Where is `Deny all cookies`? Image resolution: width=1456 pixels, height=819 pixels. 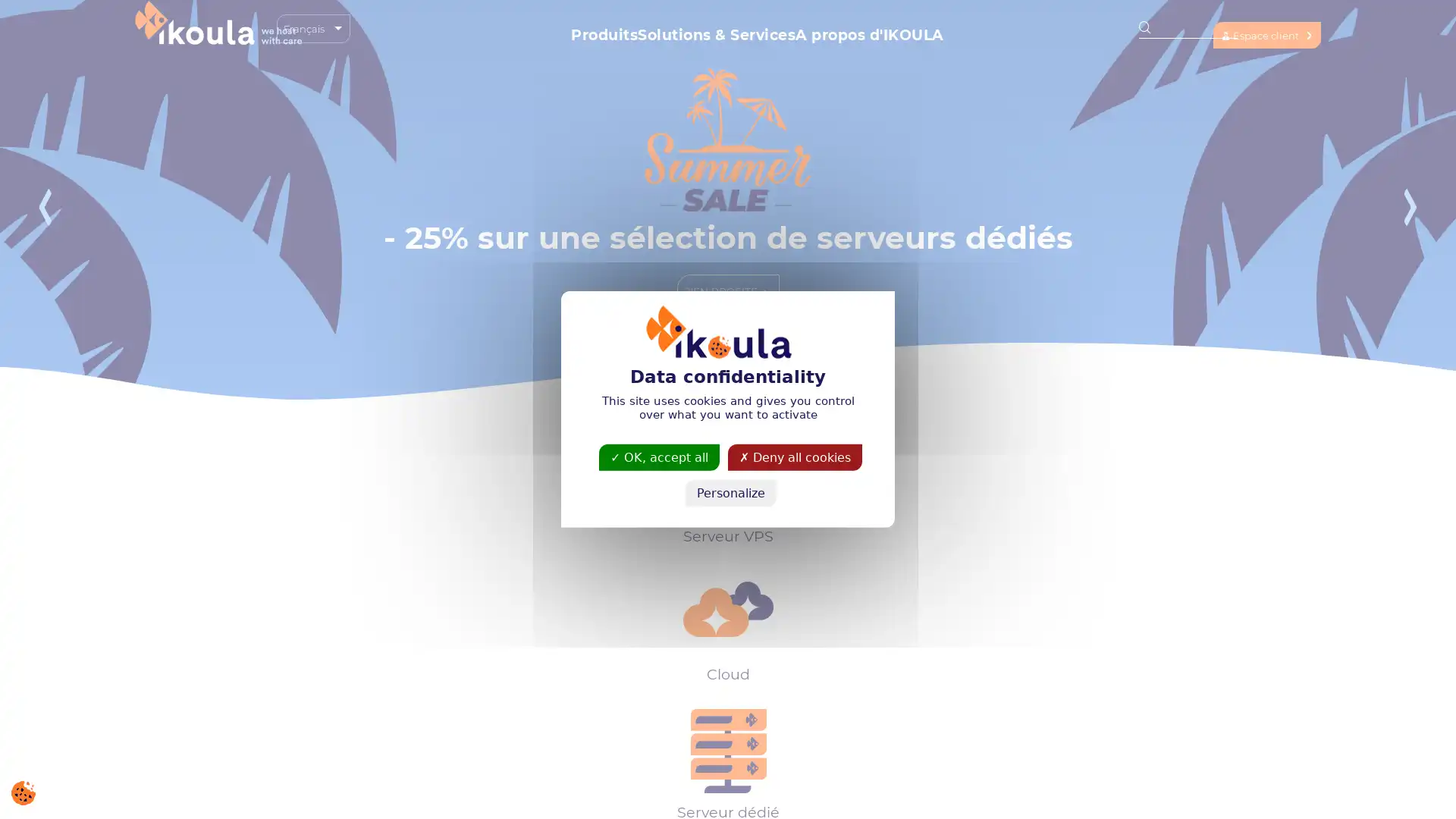 Deny all cookies is located at coordinates (794, 456).